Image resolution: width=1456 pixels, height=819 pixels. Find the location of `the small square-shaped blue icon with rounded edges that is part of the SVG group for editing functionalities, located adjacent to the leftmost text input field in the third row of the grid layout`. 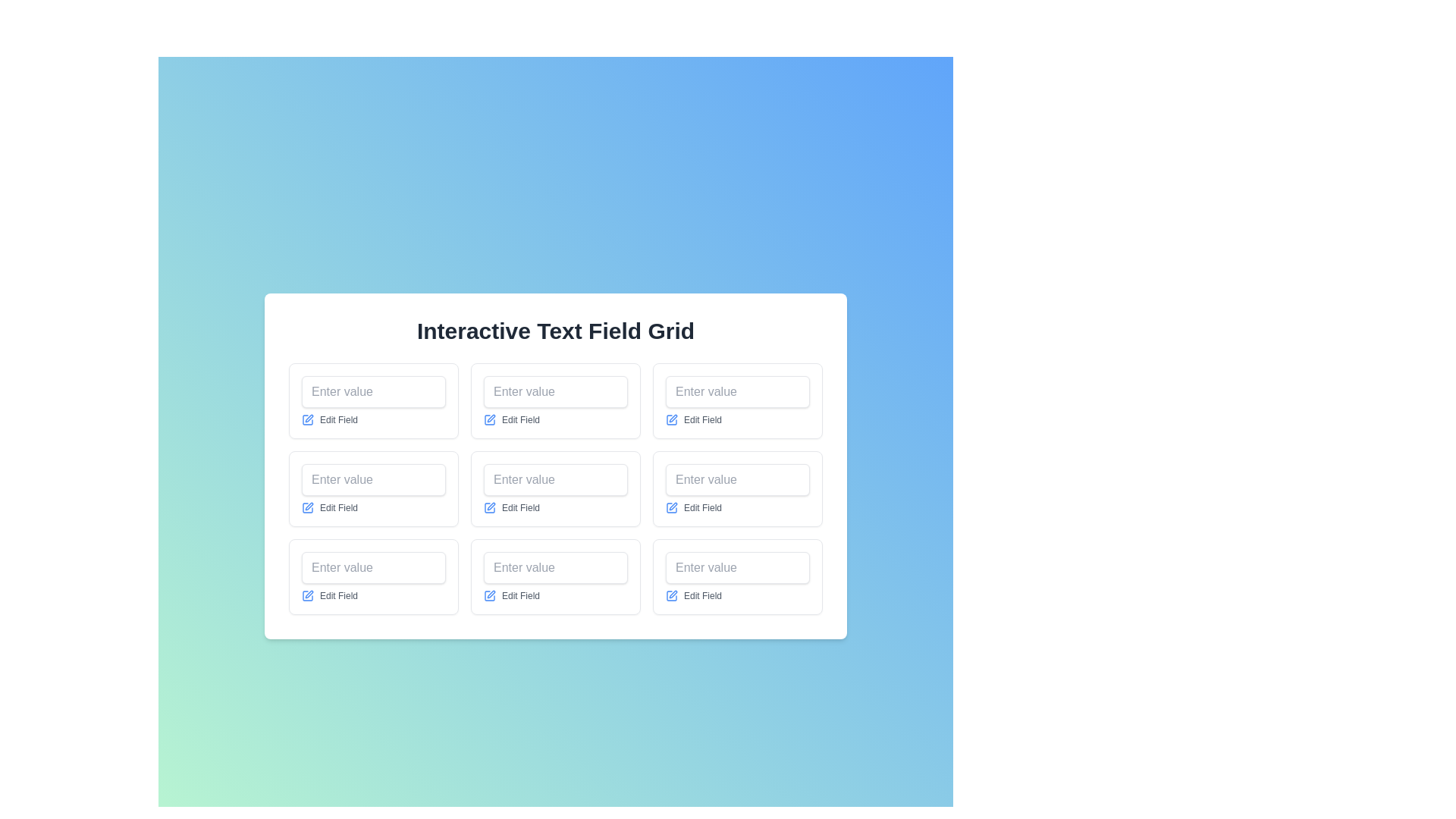

the small square-shaped blue icon with rounded edges that is part of the SVG group for editing functionalities, located adjacent to the leftmost text input field in the third row of the grid layout is located at coordinates (307, 508).